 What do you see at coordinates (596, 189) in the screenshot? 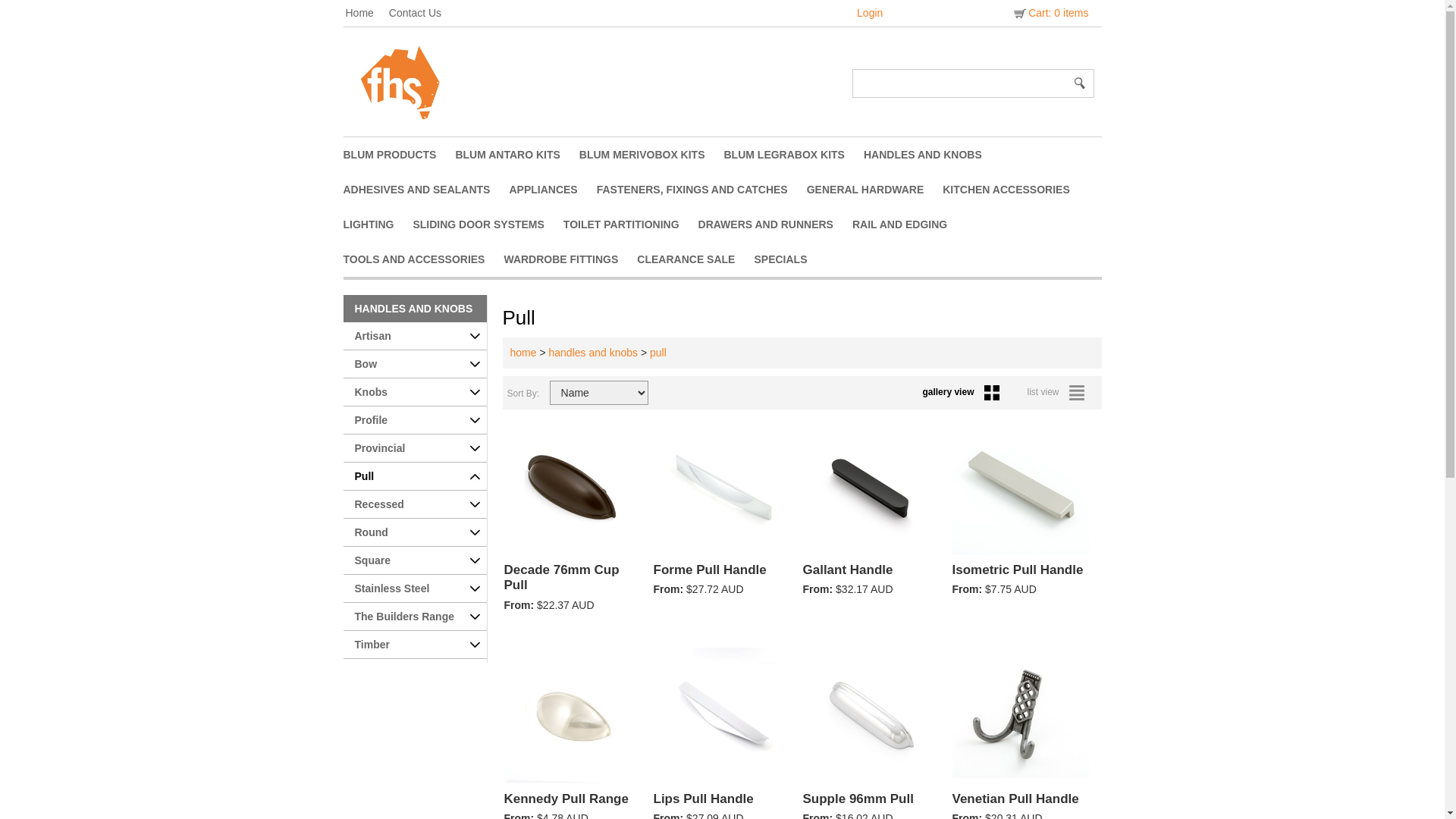
I see `'FASTENERS, FIXINGS AND CATCHES'` at bounding box center [596, 189].